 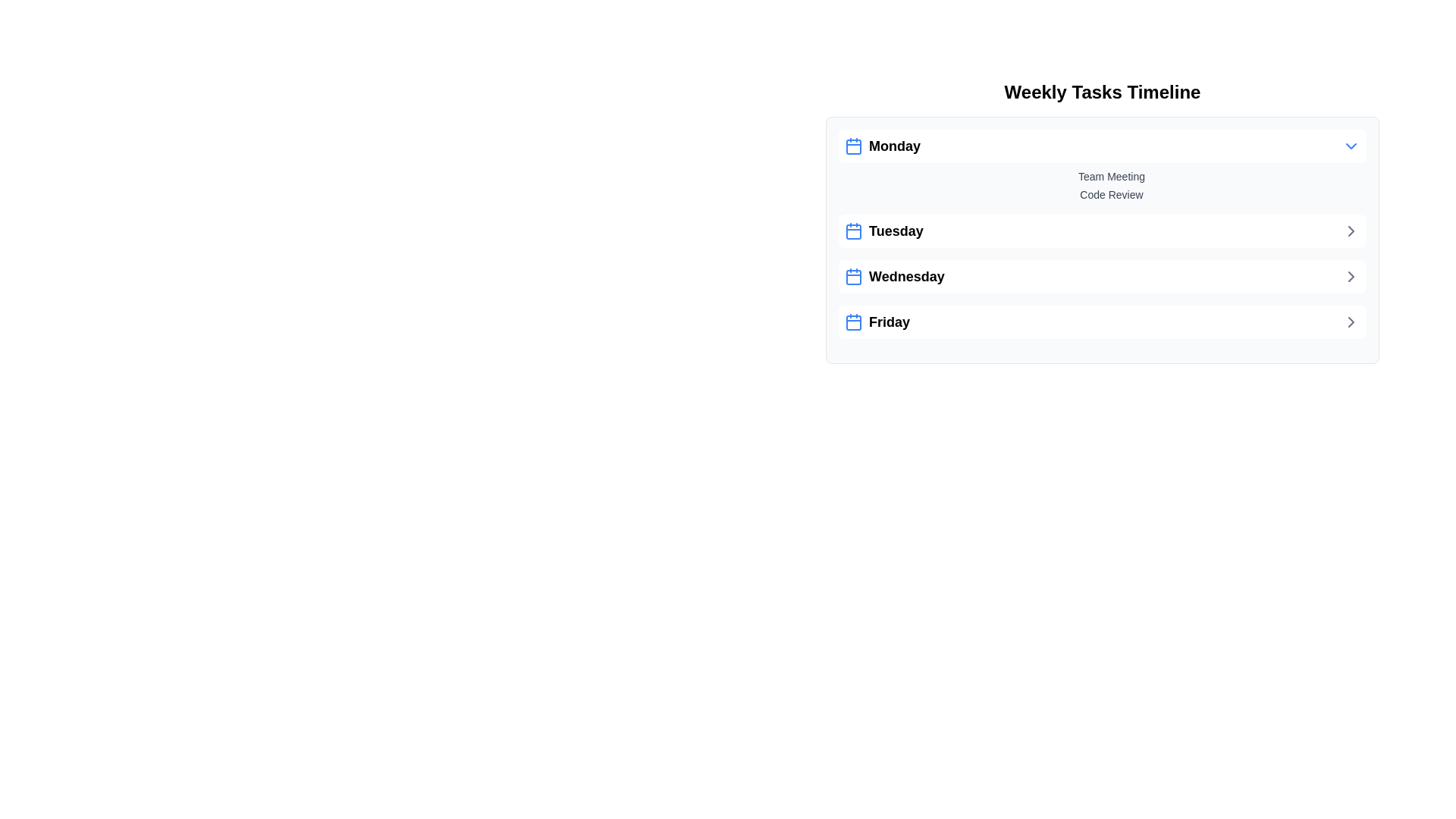 What do you see at coordinates (854, 321) in the screenshot?
I see `the calendar icon that is blue in color with strokes indicating the grid, located at the start of the text 'Friday' in the last row of the list on the right side panel` at bounding box center [854, 321].